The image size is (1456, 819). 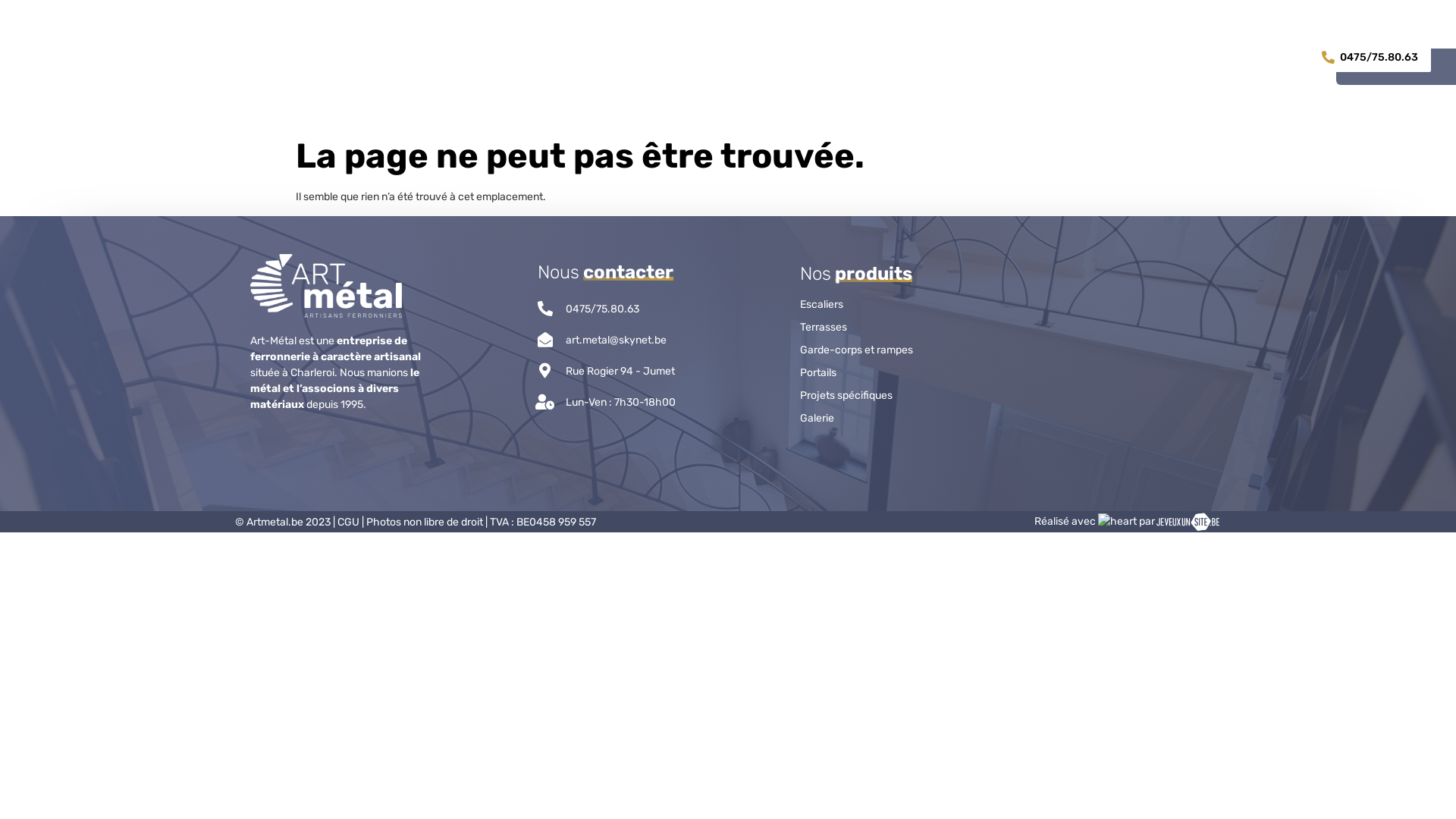 I want to click on 'ACCUEIL', so click(x=517, y=58).